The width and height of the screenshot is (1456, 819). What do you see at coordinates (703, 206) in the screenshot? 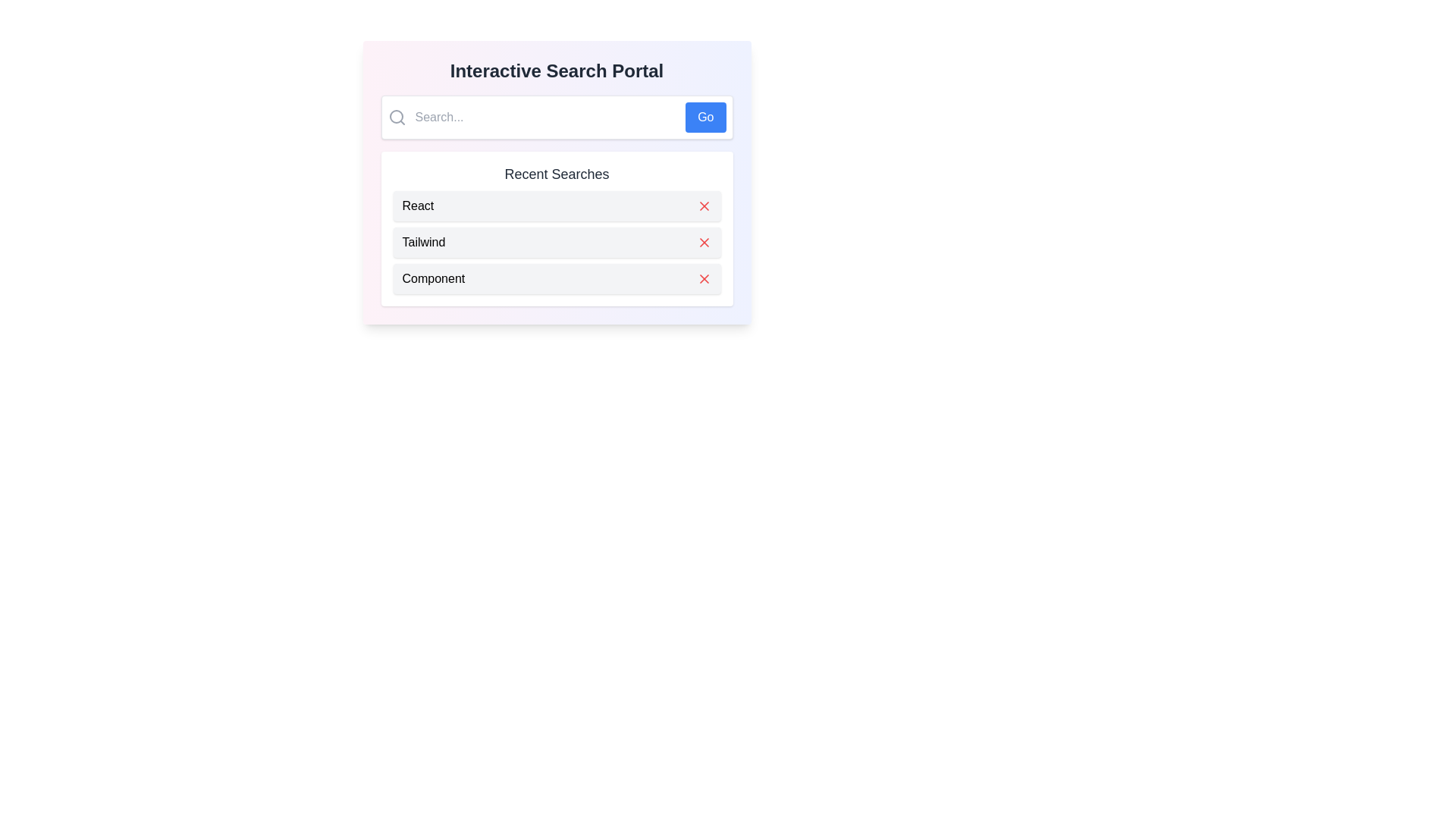
I see `the delete button located on the right-hand side of the 'React' item in the 'Recent Searches' list` at bounding box center [703, 206].